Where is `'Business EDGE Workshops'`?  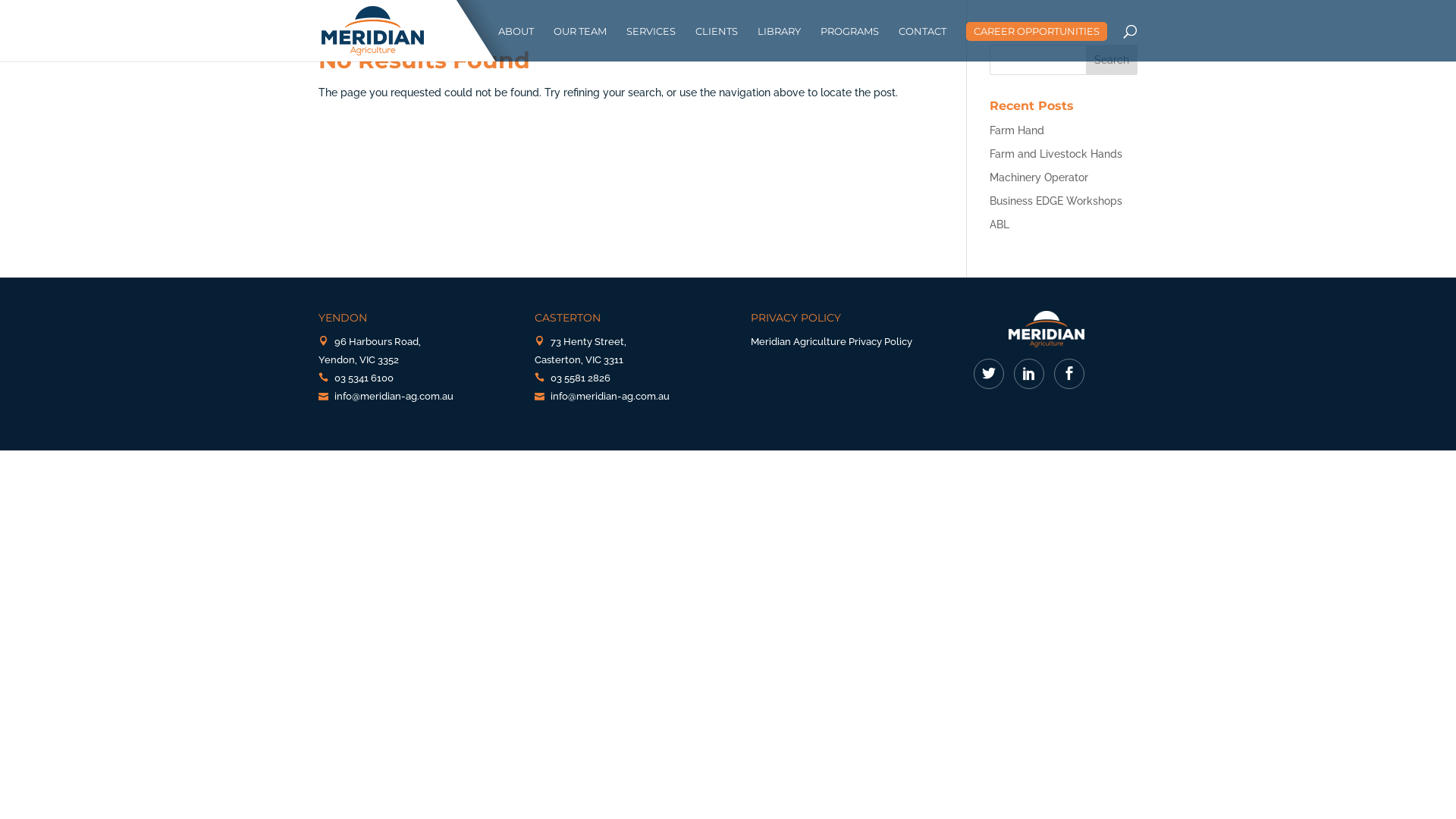
'Business EDGE Workshops' is located at coordinates (1055, 200).